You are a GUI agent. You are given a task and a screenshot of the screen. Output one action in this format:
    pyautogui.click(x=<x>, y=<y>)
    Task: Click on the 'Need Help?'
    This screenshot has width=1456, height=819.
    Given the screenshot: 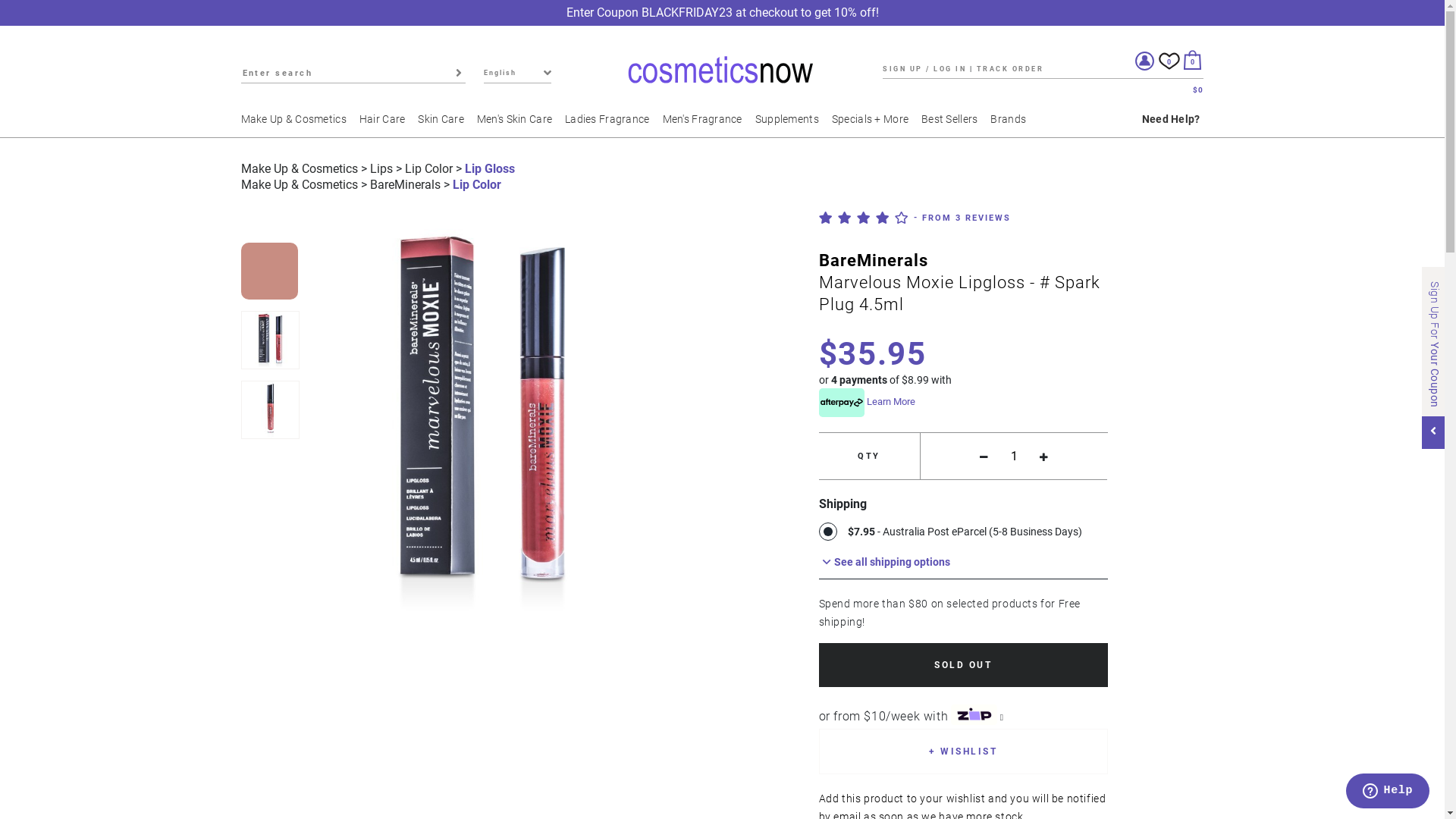 What is the action you would take?
    pyautogui.click(x=1170, y=124)
    